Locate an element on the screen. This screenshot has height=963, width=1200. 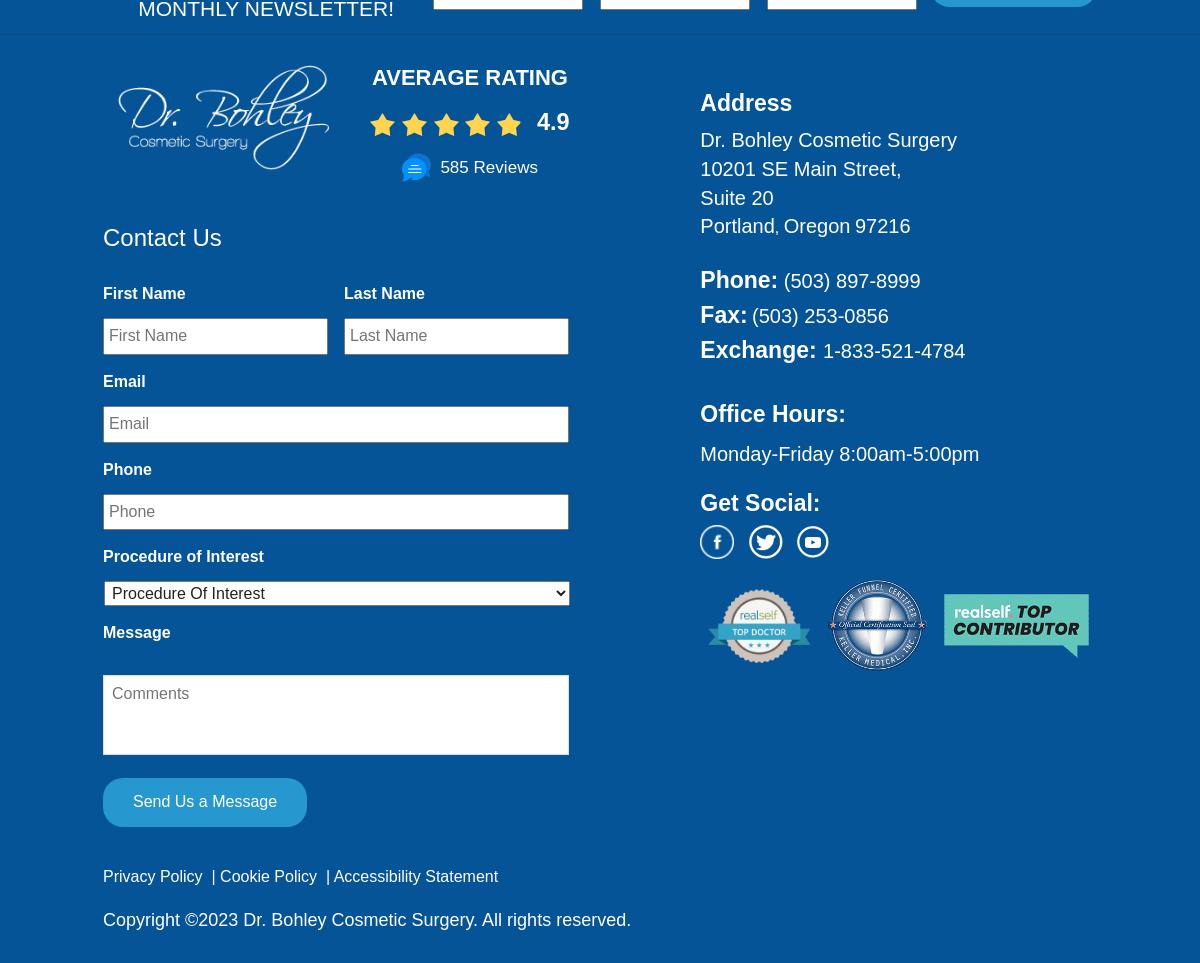
',' is located at coordinates (777, 227).